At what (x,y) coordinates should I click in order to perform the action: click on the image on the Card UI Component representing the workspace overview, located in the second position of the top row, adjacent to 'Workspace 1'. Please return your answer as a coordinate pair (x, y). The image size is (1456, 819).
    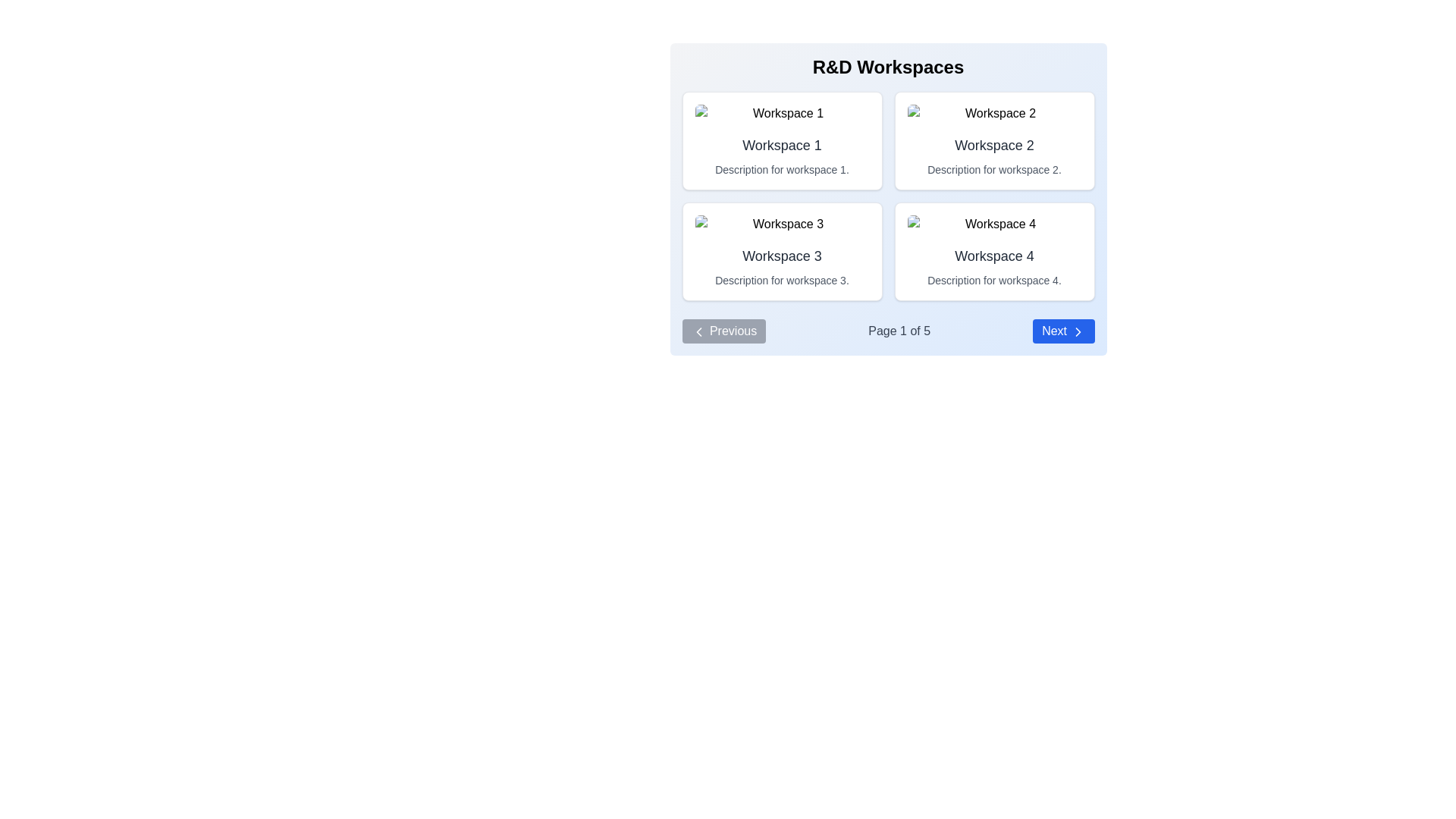
    Looking at the image, I should click on (994, 140).